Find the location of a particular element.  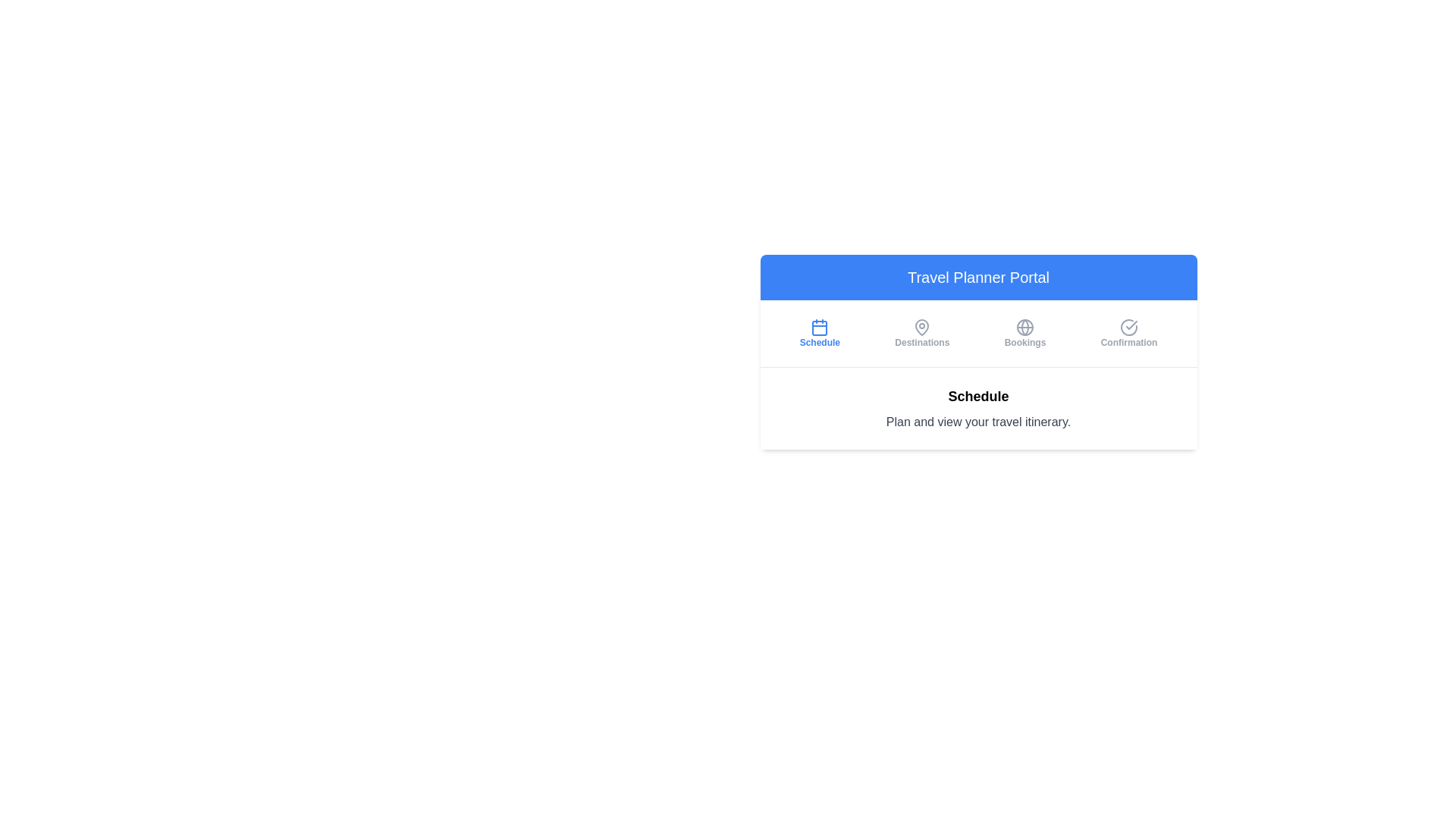

the tab labeled Bookings to navigate to its content is located at coordinates (1025, 332).